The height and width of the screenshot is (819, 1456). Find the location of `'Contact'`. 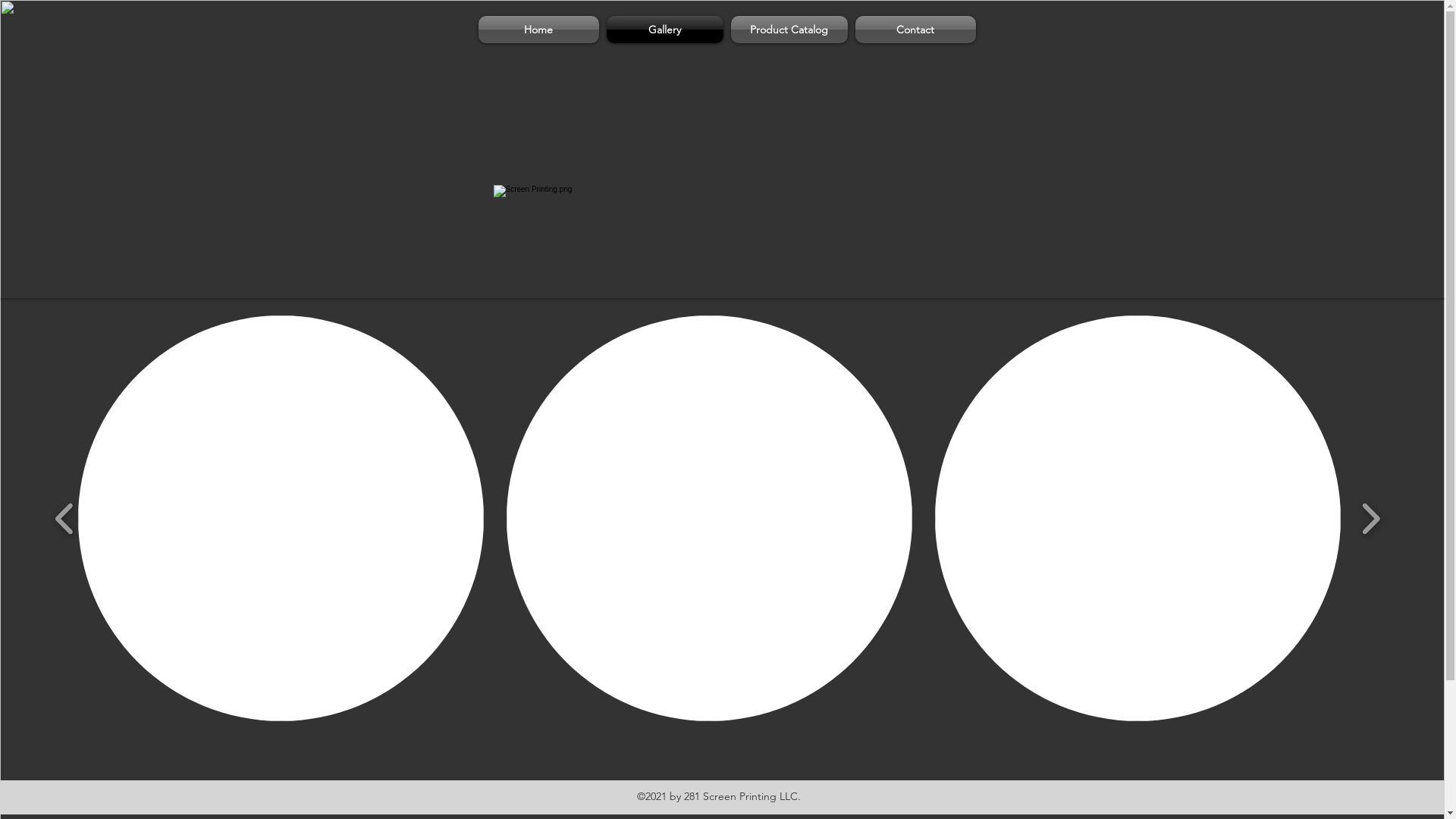

'Contact' is located at coordinates (851, 29).